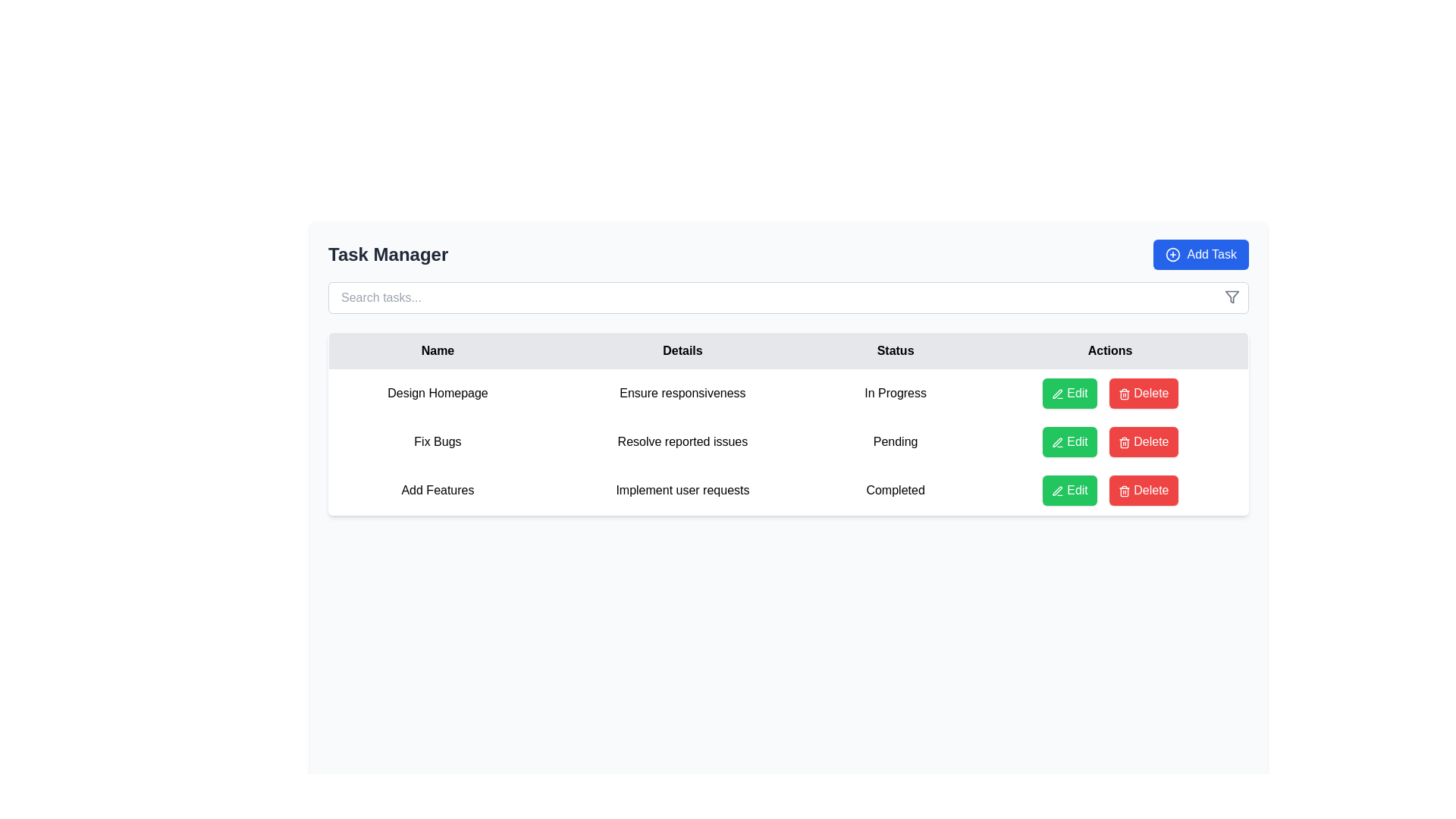 The width and height of the screenshot is (1456, 819). What do you see at coordinates (1143, 441) in the screenshot?
I see `the red 'Delete' button with white text and a trash can icon in the 'Actions' column of the table under the 'Fix Bugs' task to initiate the deletion process` at bounding box center [1143, 441].